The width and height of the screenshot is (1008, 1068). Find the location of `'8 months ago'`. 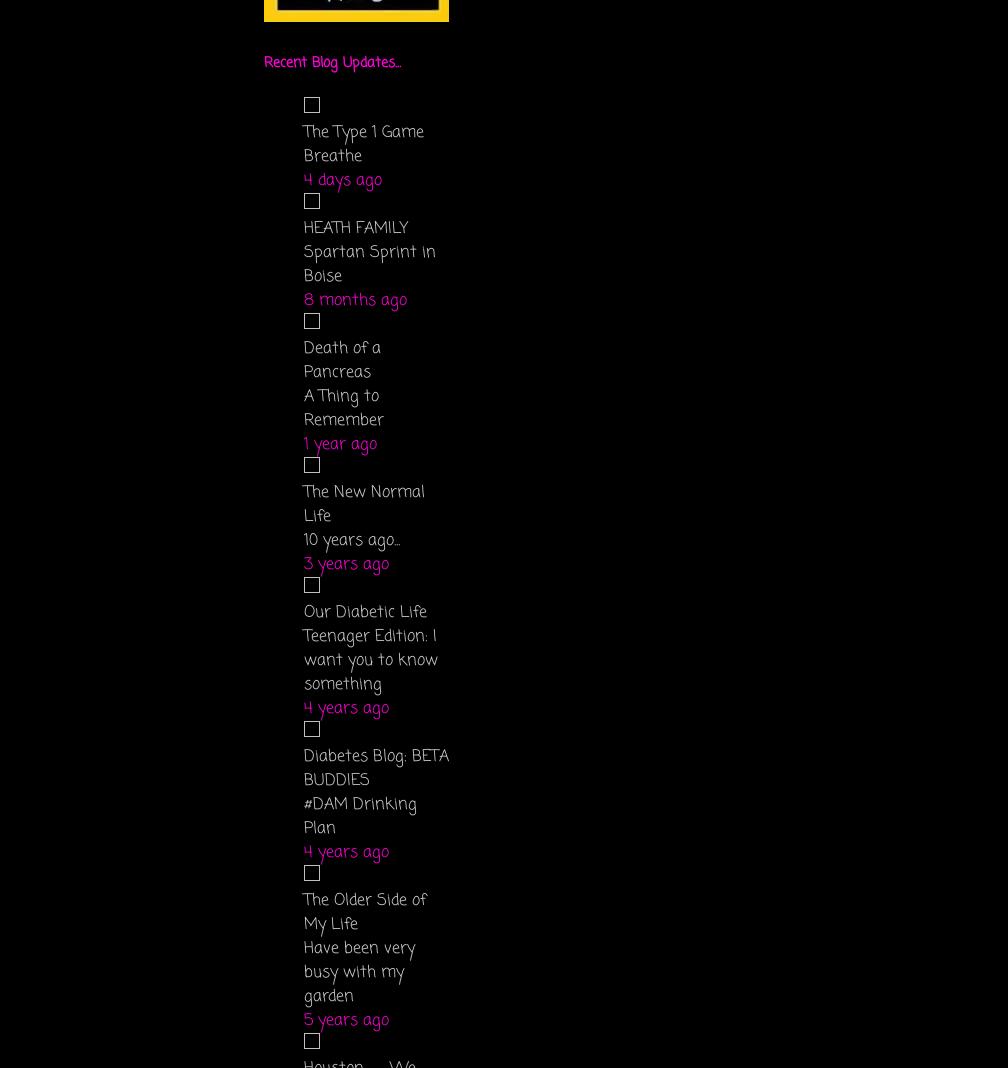

'8 months ago' is located at coordinates (355, 299).